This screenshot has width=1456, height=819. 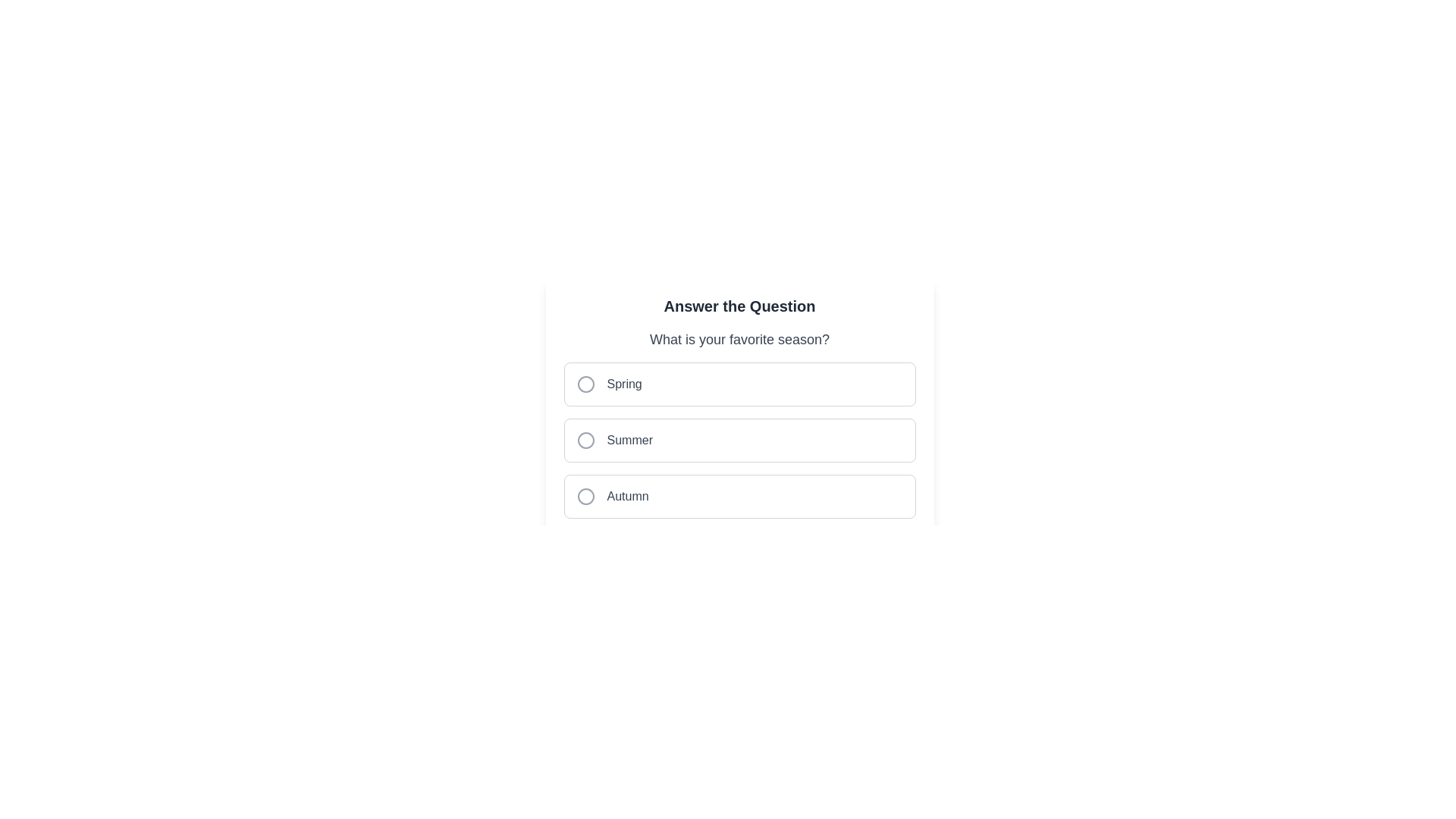 What do you see at coordinates (585, 383) in the screenshot?
I see `the first radio button in the 'Spring' section` at bounding box center [585, 383].